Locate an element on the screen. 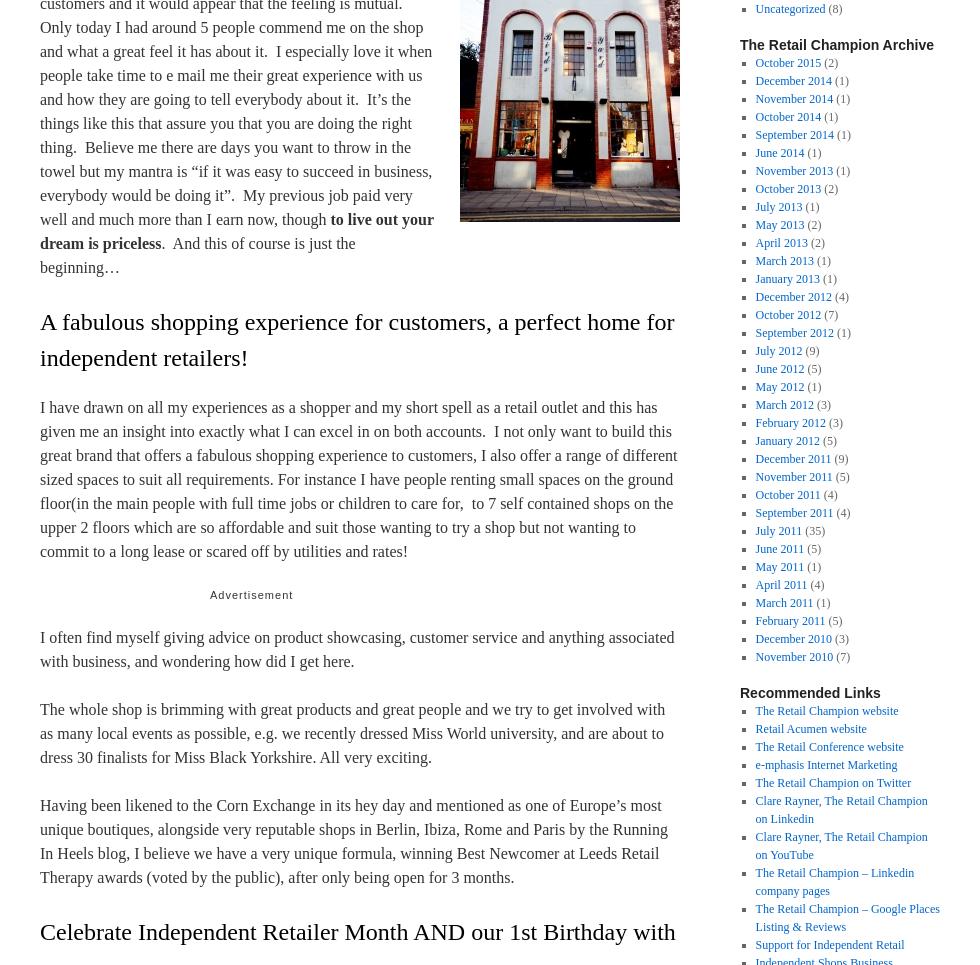 The image size is (980, 965). 'January 2013' is located at coordinates (754, 278).